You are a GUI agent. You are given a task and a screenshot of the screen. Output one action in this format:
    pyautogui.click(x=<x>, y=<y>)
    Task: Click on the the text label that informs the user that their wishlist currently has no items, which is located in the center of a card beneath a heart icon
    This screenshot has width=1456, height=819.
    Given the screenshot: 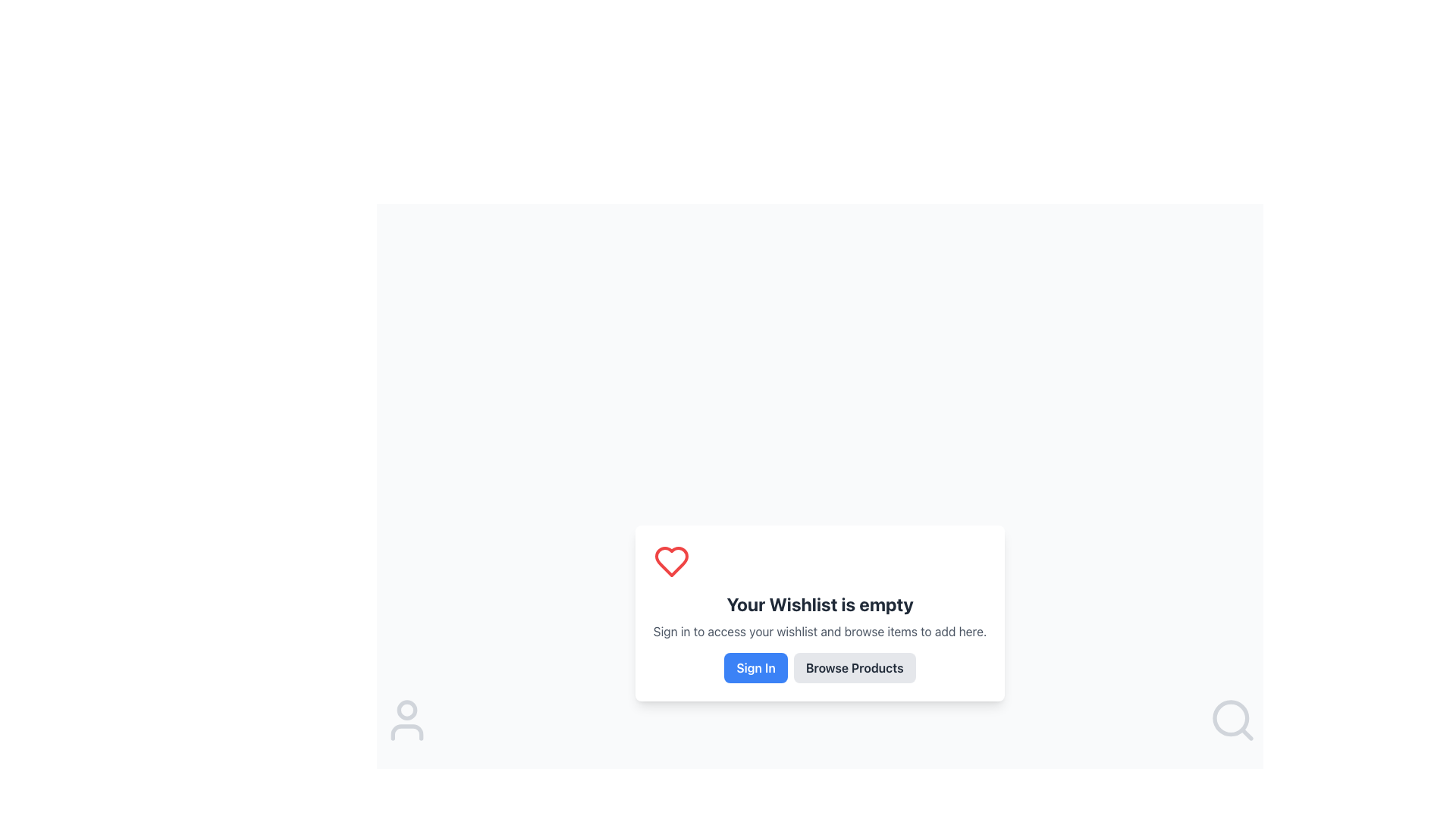 What is the action you would take?
    pyautogui.click(x=819, y=604)
    